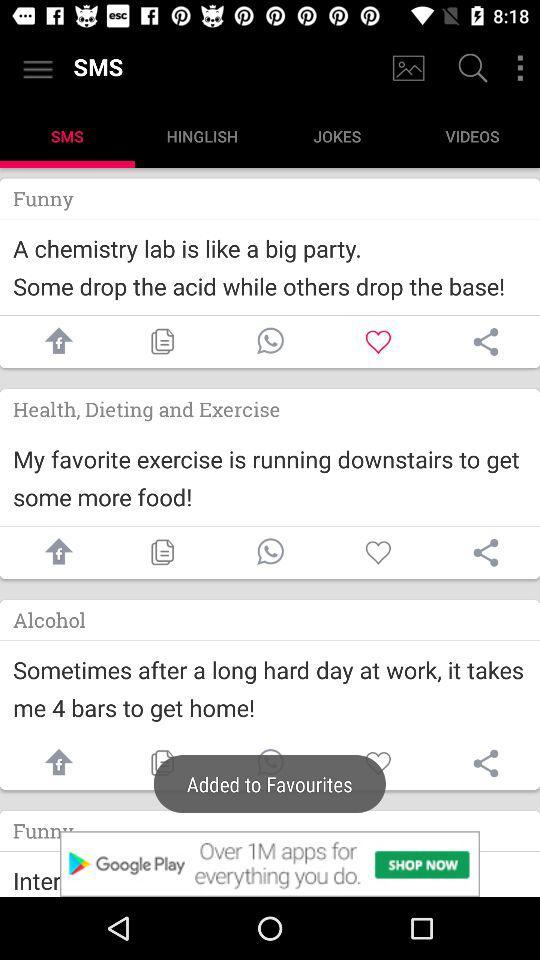 The height and width of the screenshot is (960, 540). Describe the element at coordinates (161, 552) in the screenshot. I see `copy button` at that location.